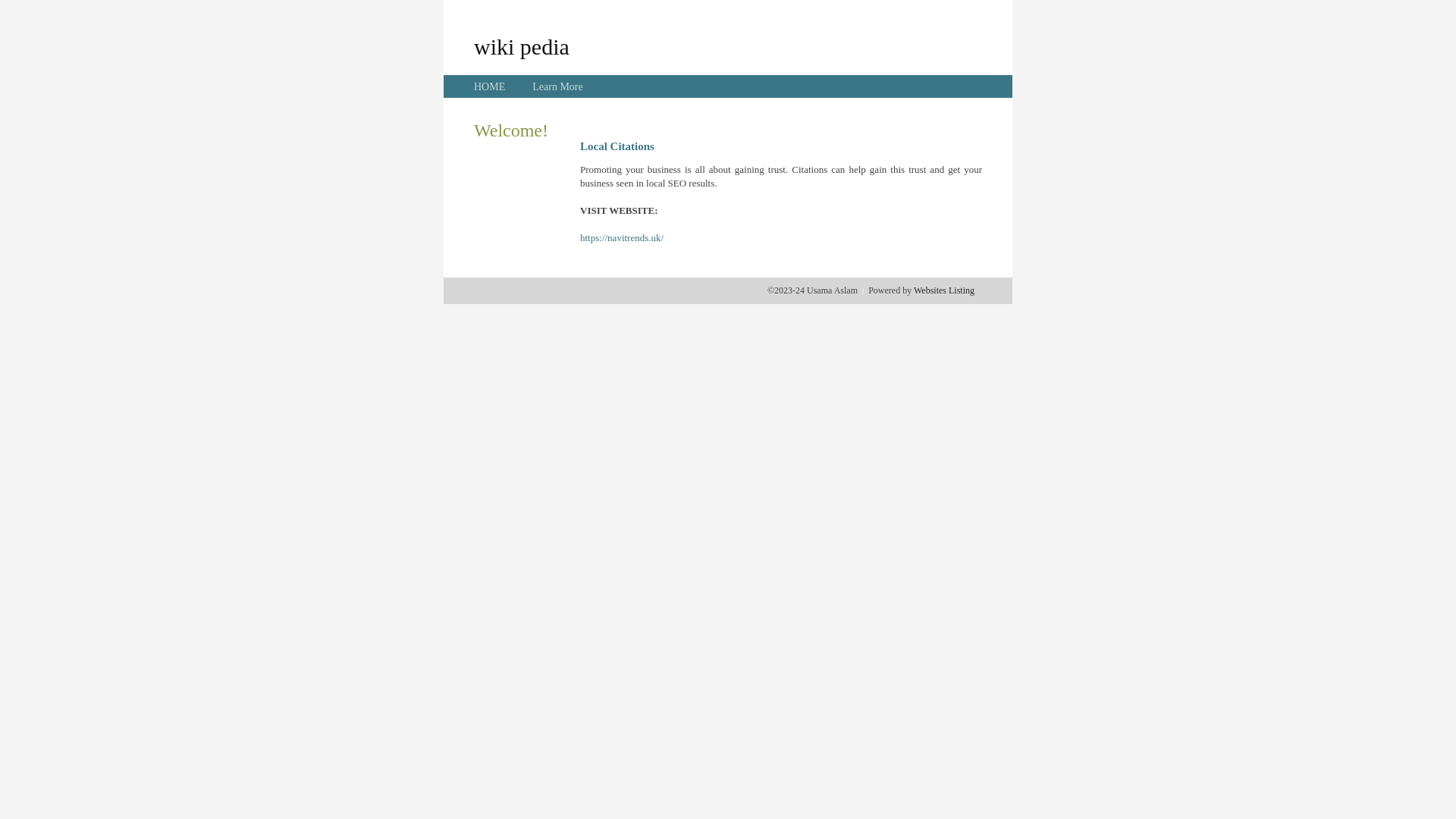 The image size is (1456, 819). Describe the element at coordinates (622, 237) in the screenshot. I see `'https://navitrends.uk/'` at that location.